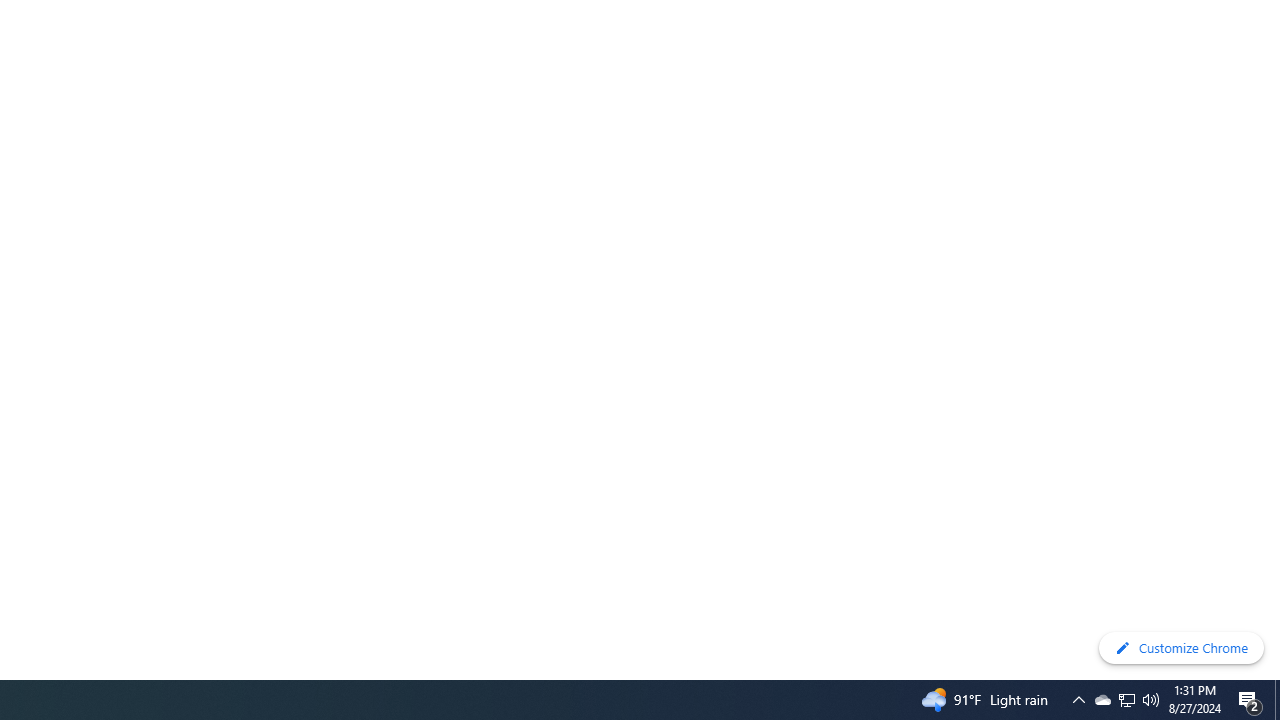 Image resolution: width=1280 pixels, height=720 pixels. What do you see at coordinates (1181, 648) in the screenshot?
I see `'Customize Chrome'` at bounding box center [1181, 648].